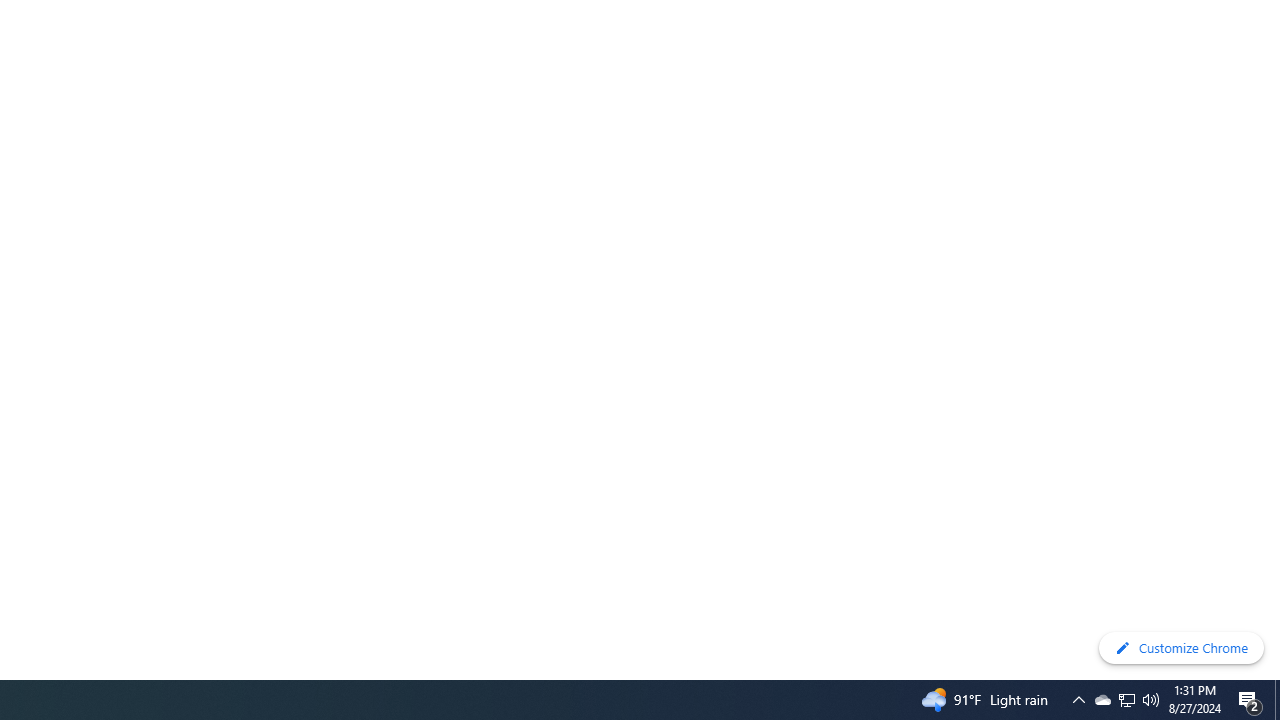 Image resolution: width=1280 pixels, height=720 pixels. What do you see at coordinates (1181, 648) in the screenshot?
I see `'Customize Chrome'` at bounding box center [1181, 648].